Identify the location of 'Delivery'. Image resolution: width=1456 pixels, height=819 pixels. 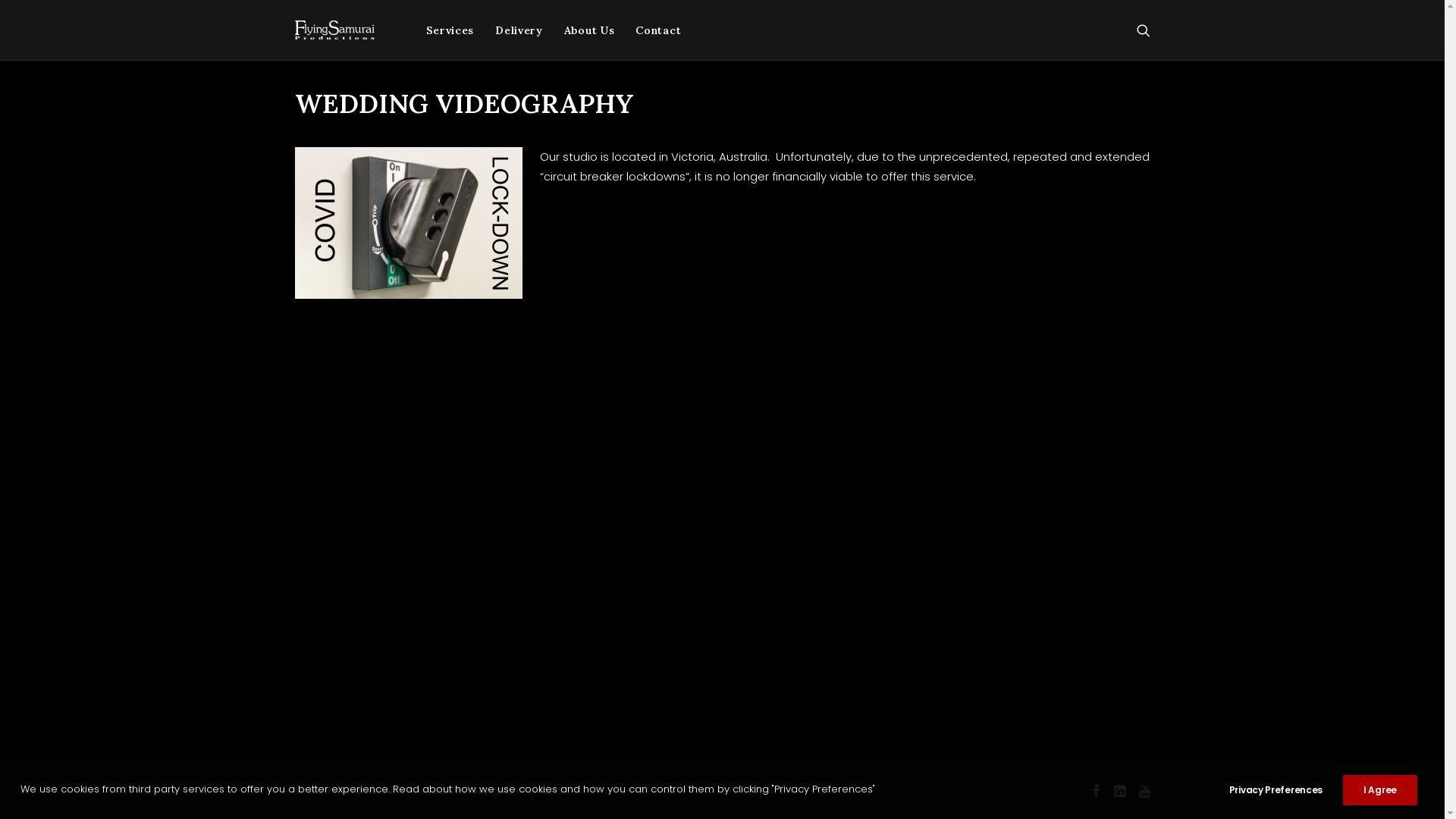
(519, 30).